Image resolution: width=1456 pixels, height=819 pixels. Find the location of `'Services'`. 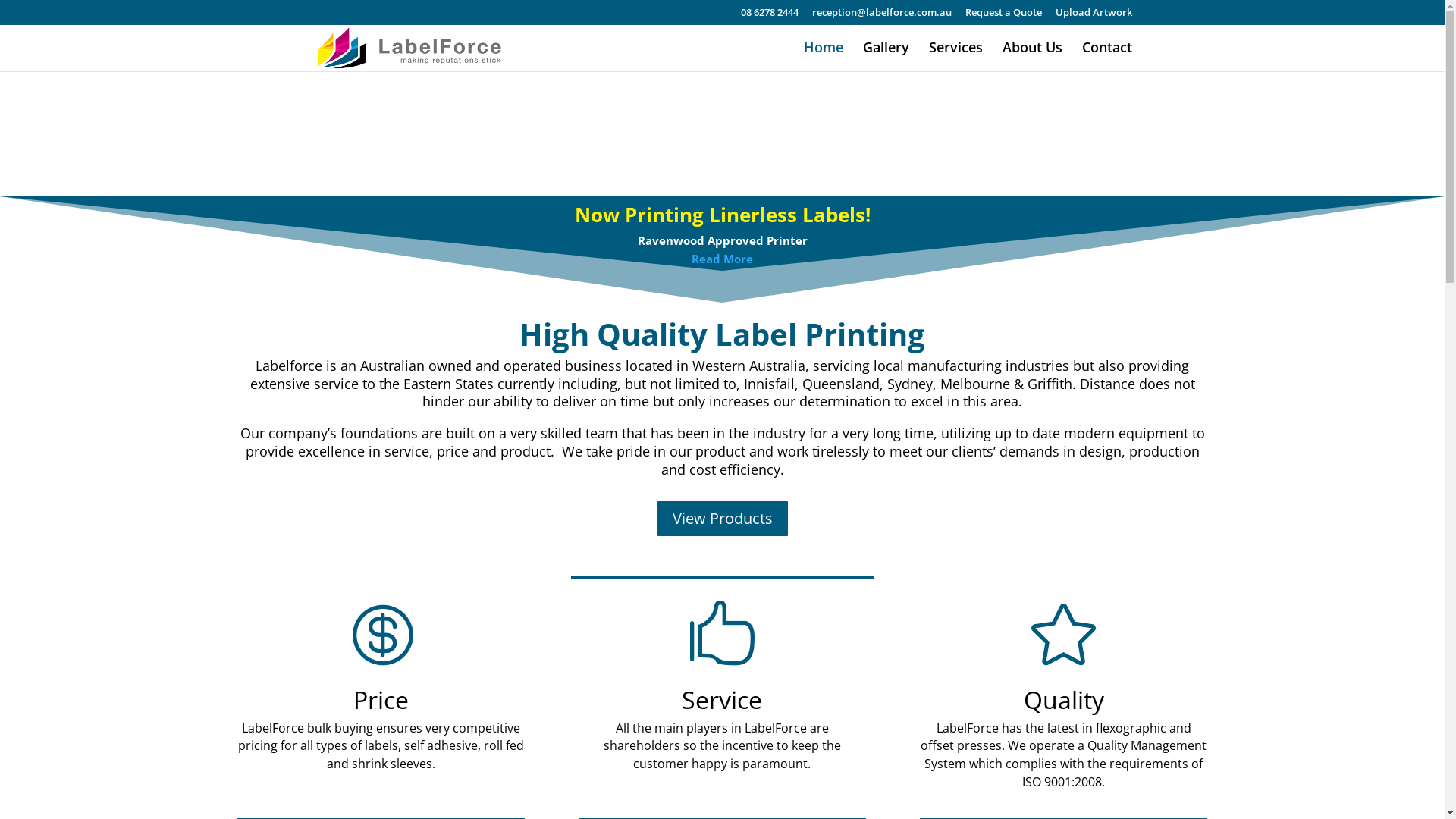

'Services' is located at coordinates (927, 55).